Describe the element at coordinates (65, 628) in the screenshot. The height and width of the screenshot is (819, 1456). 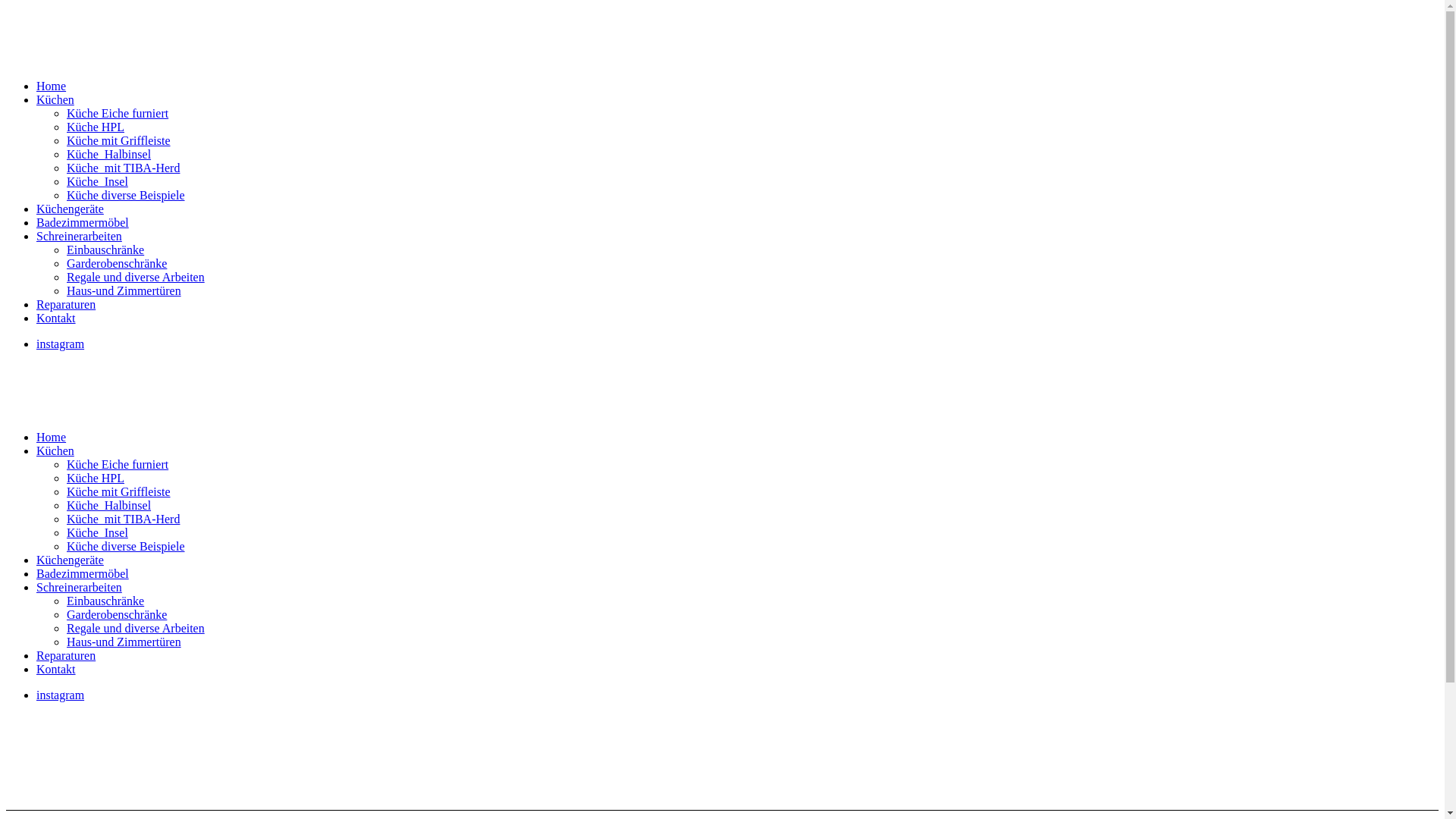
I see `'Regale und diverse Arbeiten'` at that location.